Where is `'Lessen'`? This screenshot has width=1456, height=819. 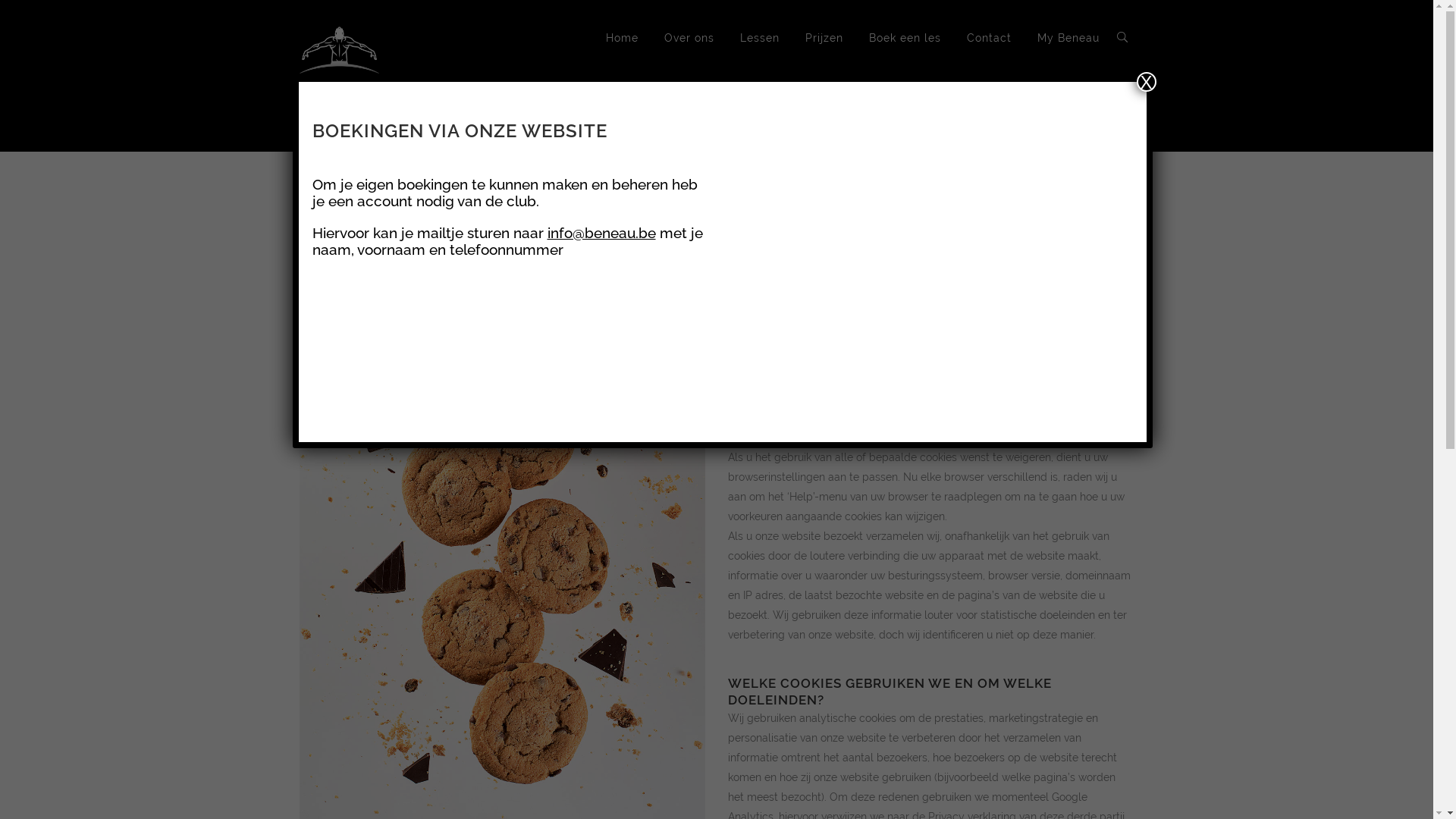
'Lessen' is located at coordinates (760, 37).